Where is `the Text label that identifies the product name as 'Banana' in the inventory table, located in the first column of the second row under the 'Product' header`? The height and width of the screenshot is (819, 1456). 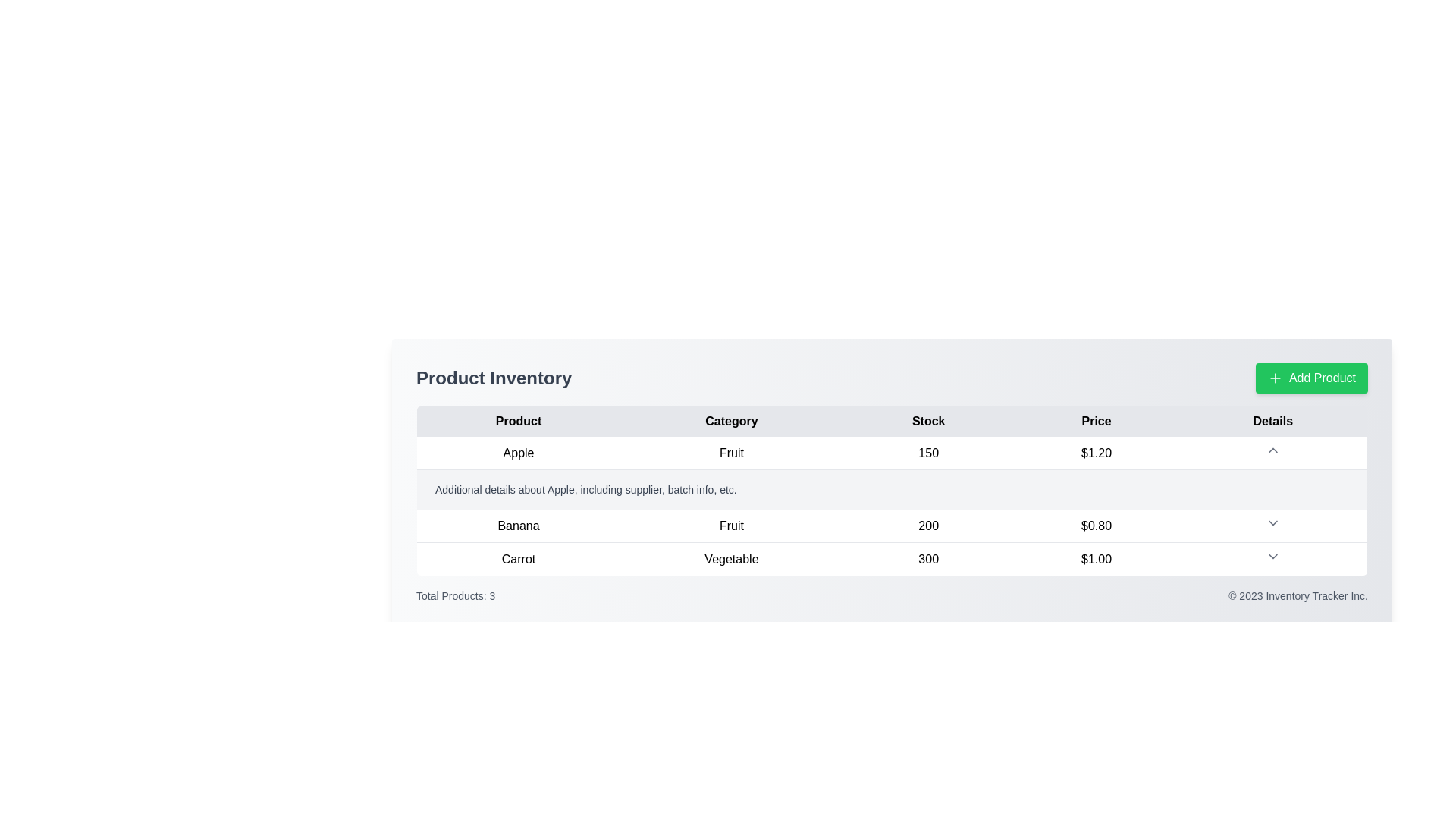 the Text label that identifies the product name as 'Banana' in the inventory table, located in the first column of the second row under the 'Product' header is located at coordinates (518, 525).